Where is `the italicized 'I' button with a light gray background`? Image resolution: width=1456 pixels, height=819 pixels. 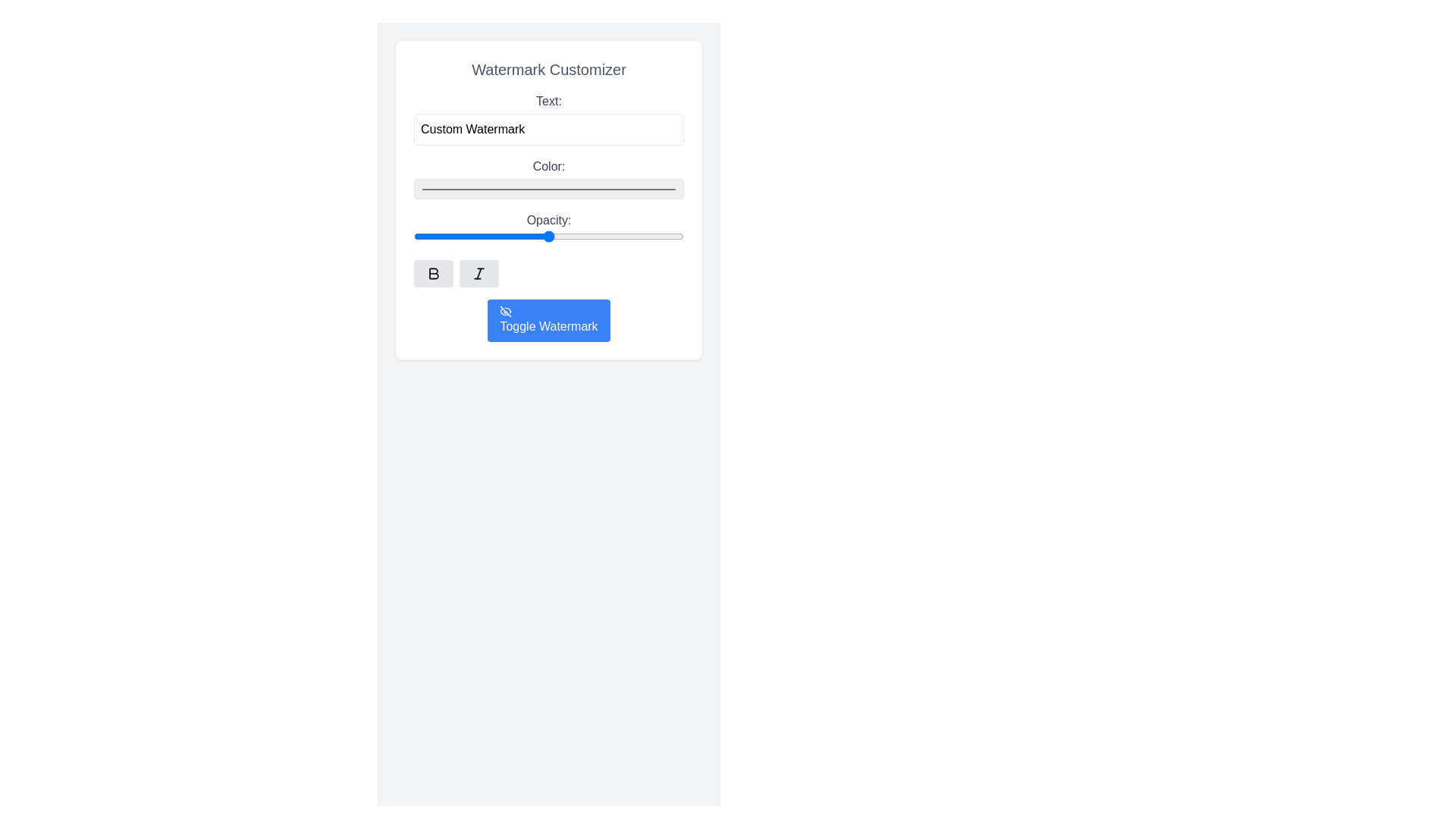 the italicized 'I' button with a light gray background is located at coordinates (479, 274).